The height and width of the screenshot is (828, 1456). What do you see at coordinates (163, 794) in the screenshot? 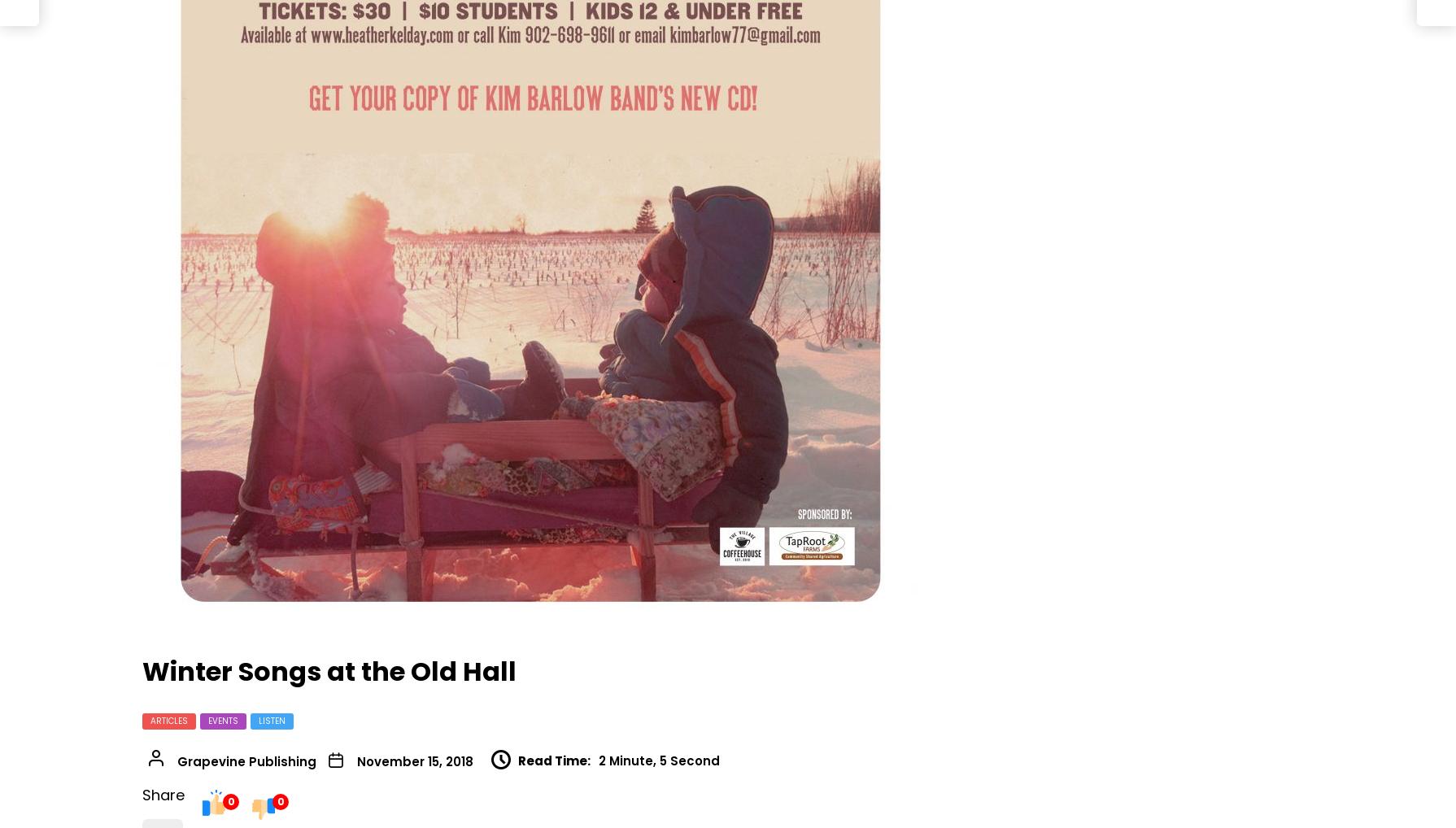
I see `'Share'` at bounding box center [163, 794].